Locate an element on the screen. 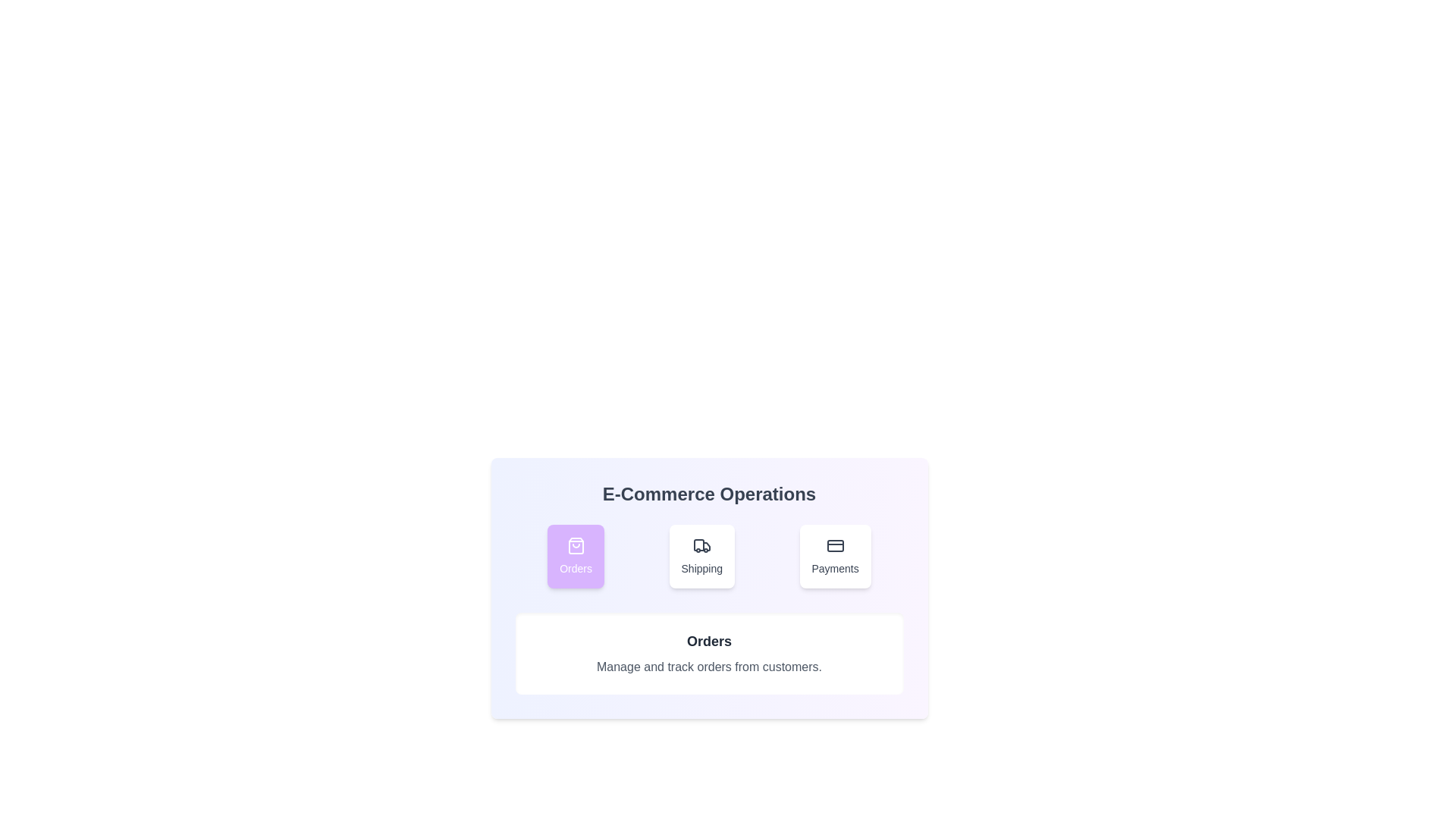  the 'Shipping' static text label located beneath the truck icon in the E-Commerce Operations panel is located at coordinates (701, 568).